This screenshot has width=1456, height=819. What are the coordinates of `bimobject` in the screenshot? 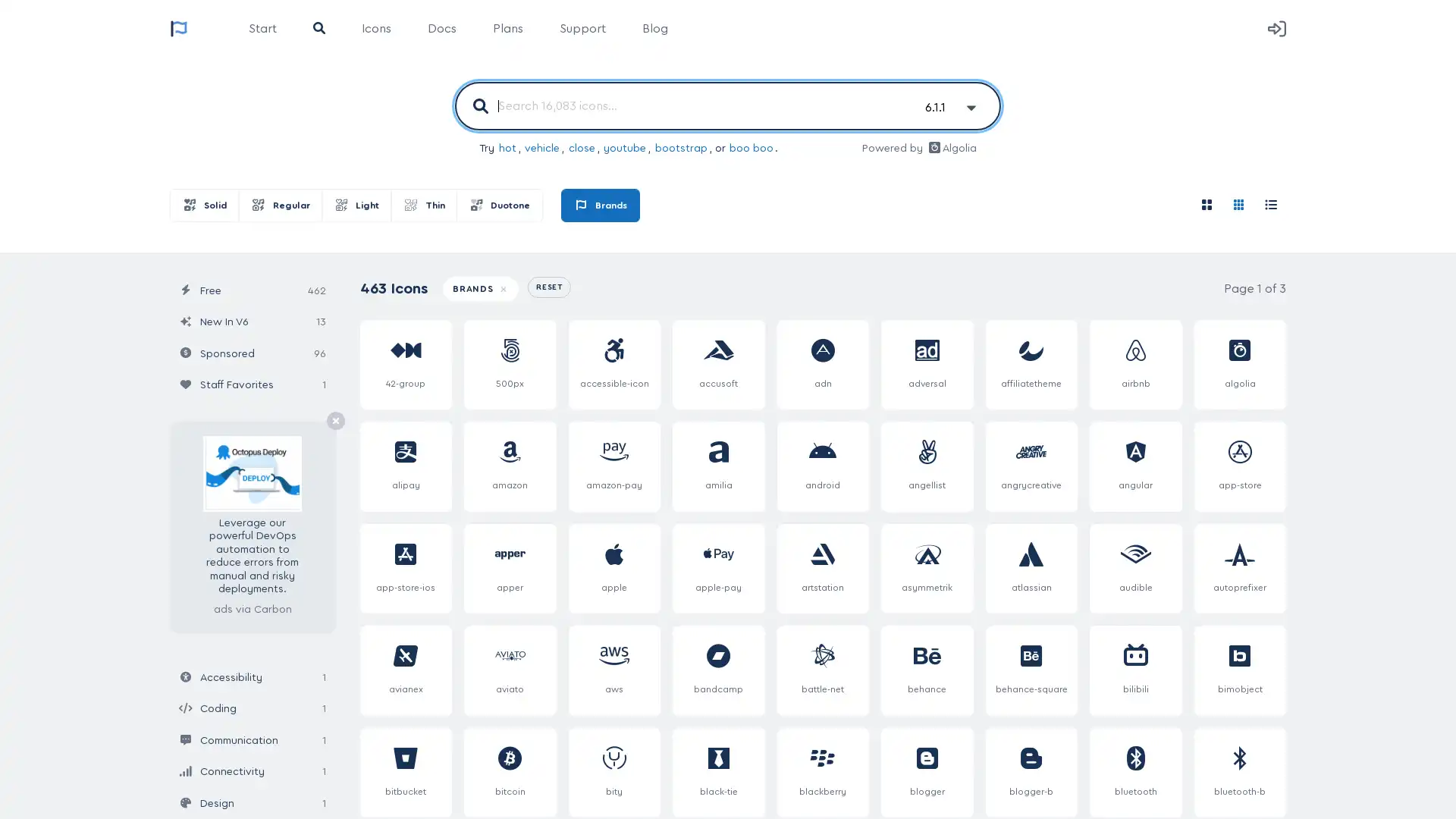 It's located at (1239, 680).